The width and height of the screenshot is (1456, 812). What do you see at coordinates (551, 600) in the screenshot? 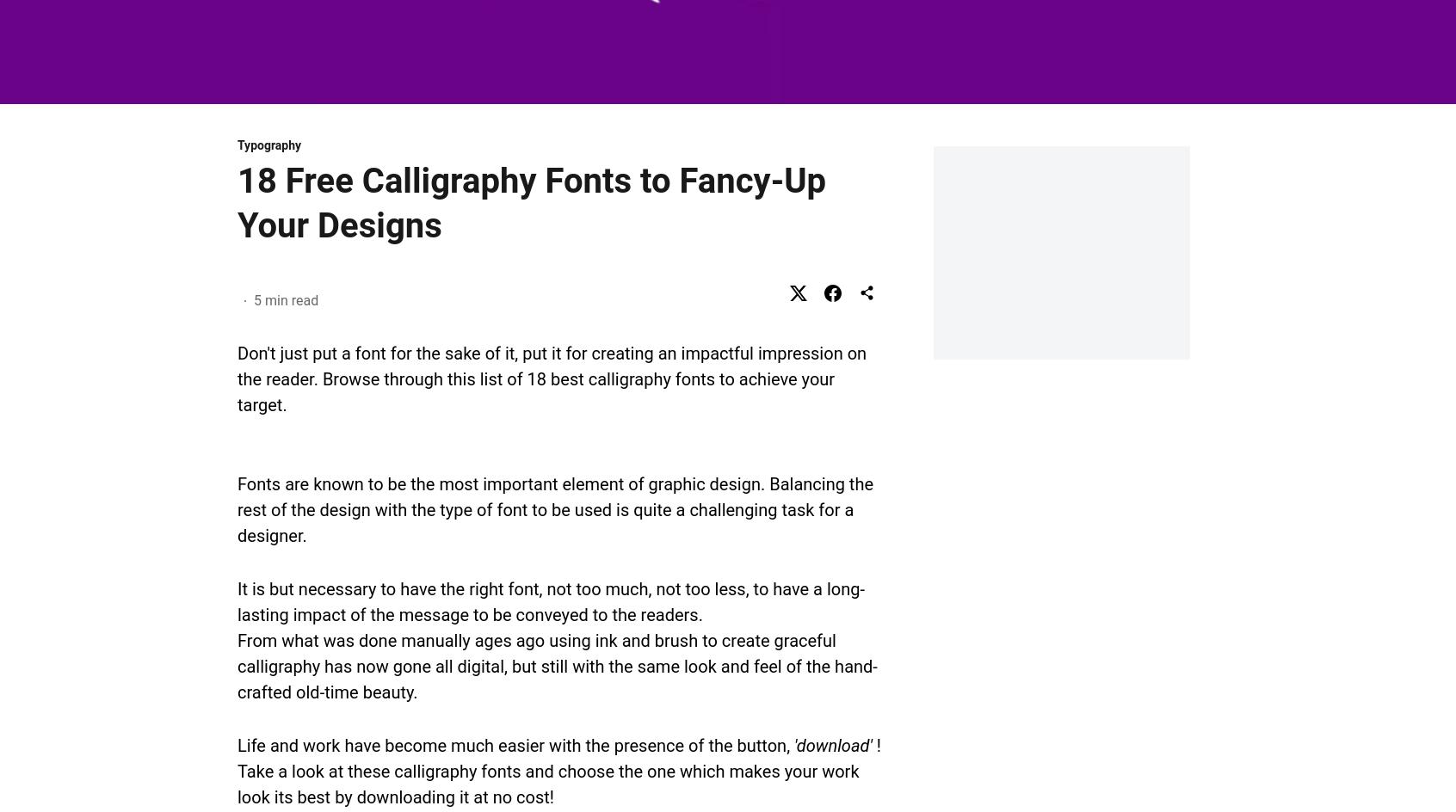
I see `'It is but necessary to have the right font, not too much, not too less, to have a long-lasting impact of the message to be conveyed to the readers.'` at bounding box center [551, 600].